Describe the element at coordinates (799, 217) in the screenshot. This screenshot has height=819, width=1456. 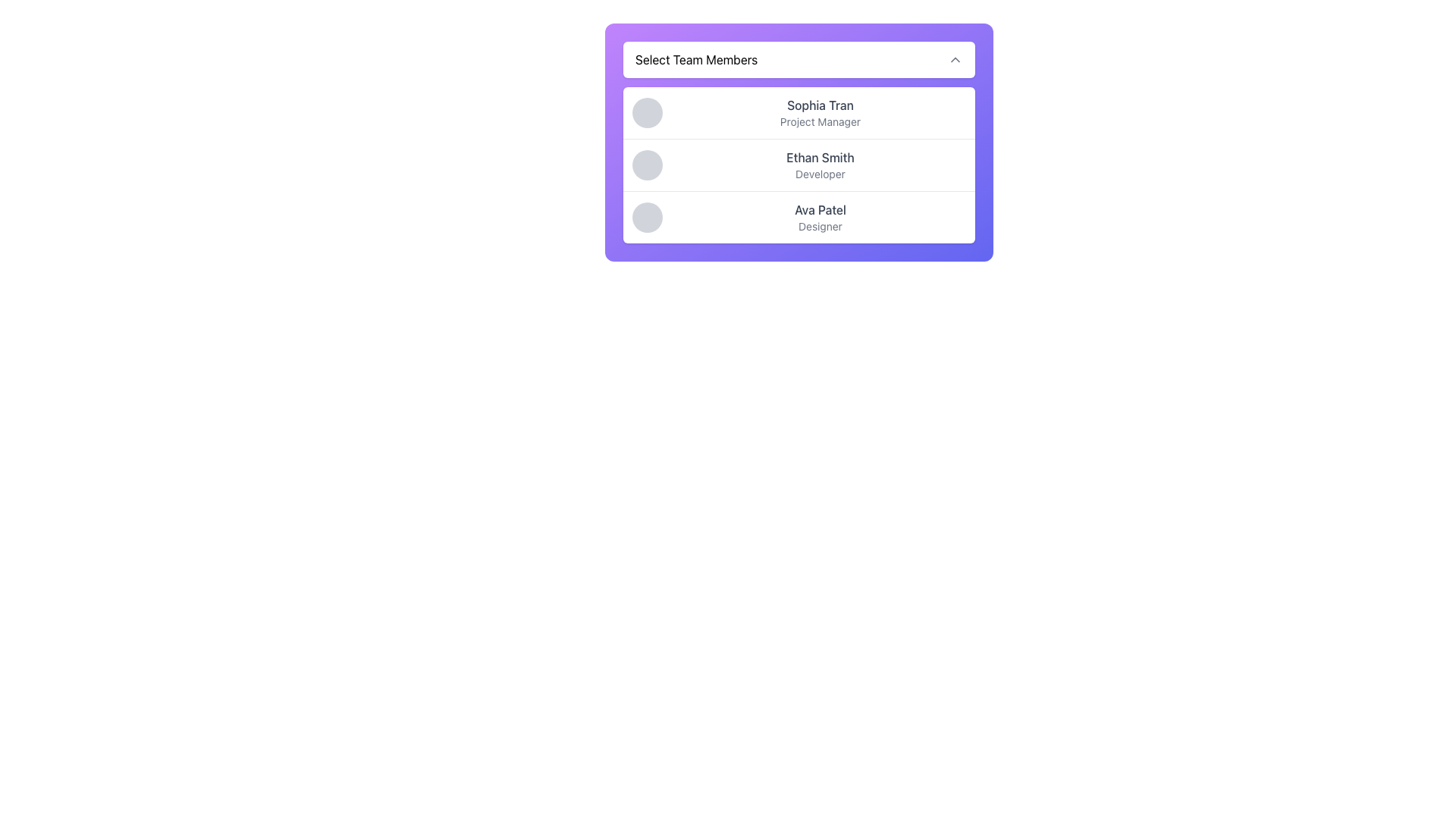
I see `the selectable list item representing the user 'Ava Patel' with the role 'Designer' to interact with it` at that location.